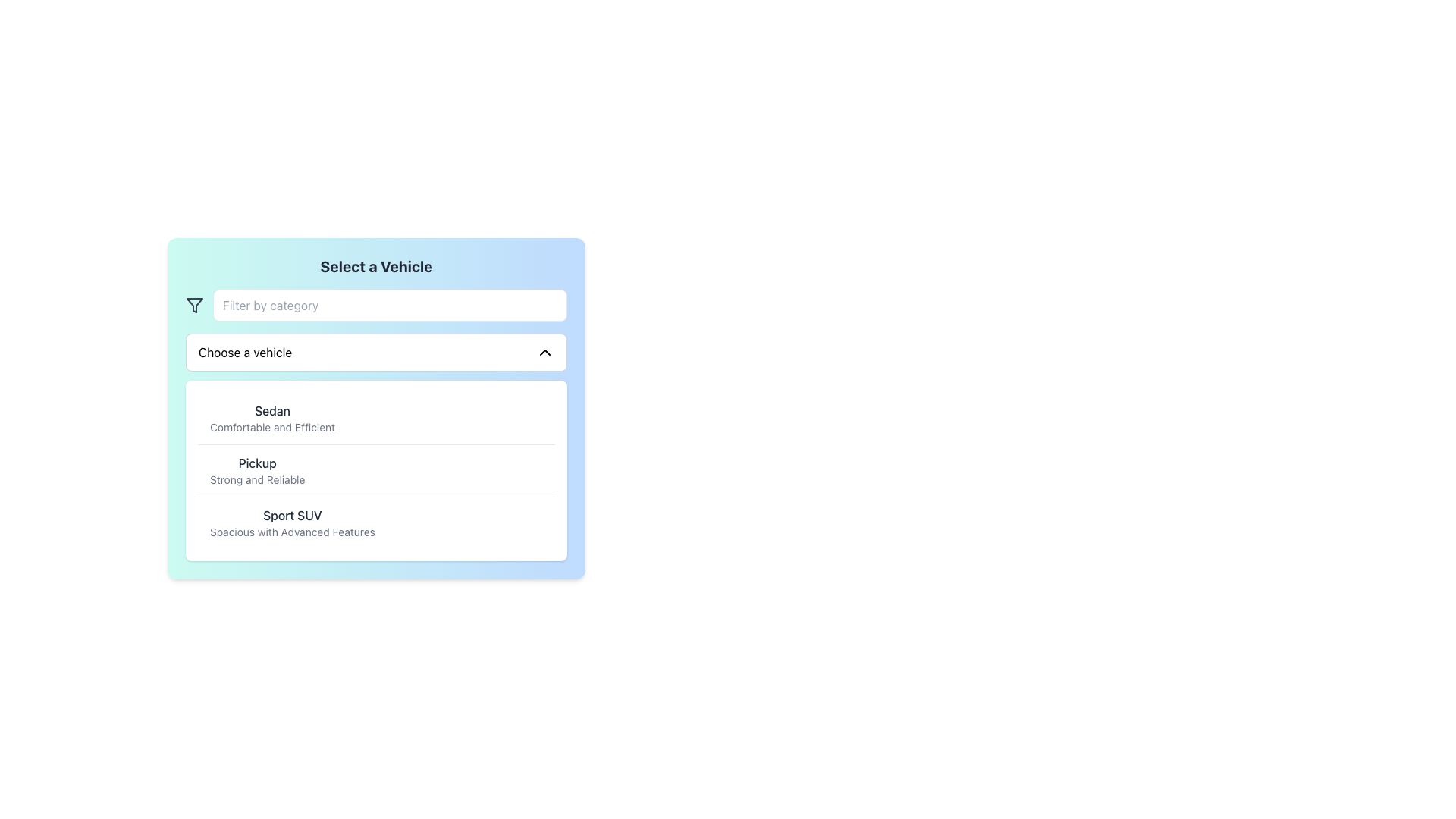 The width and height of the screenshot is (1456, 819). I want to click on one of the selectable options in the A list component featuring 'Sedan', 'Pickup', or 'Sport SUV' to make a selection, so click(376, 470).